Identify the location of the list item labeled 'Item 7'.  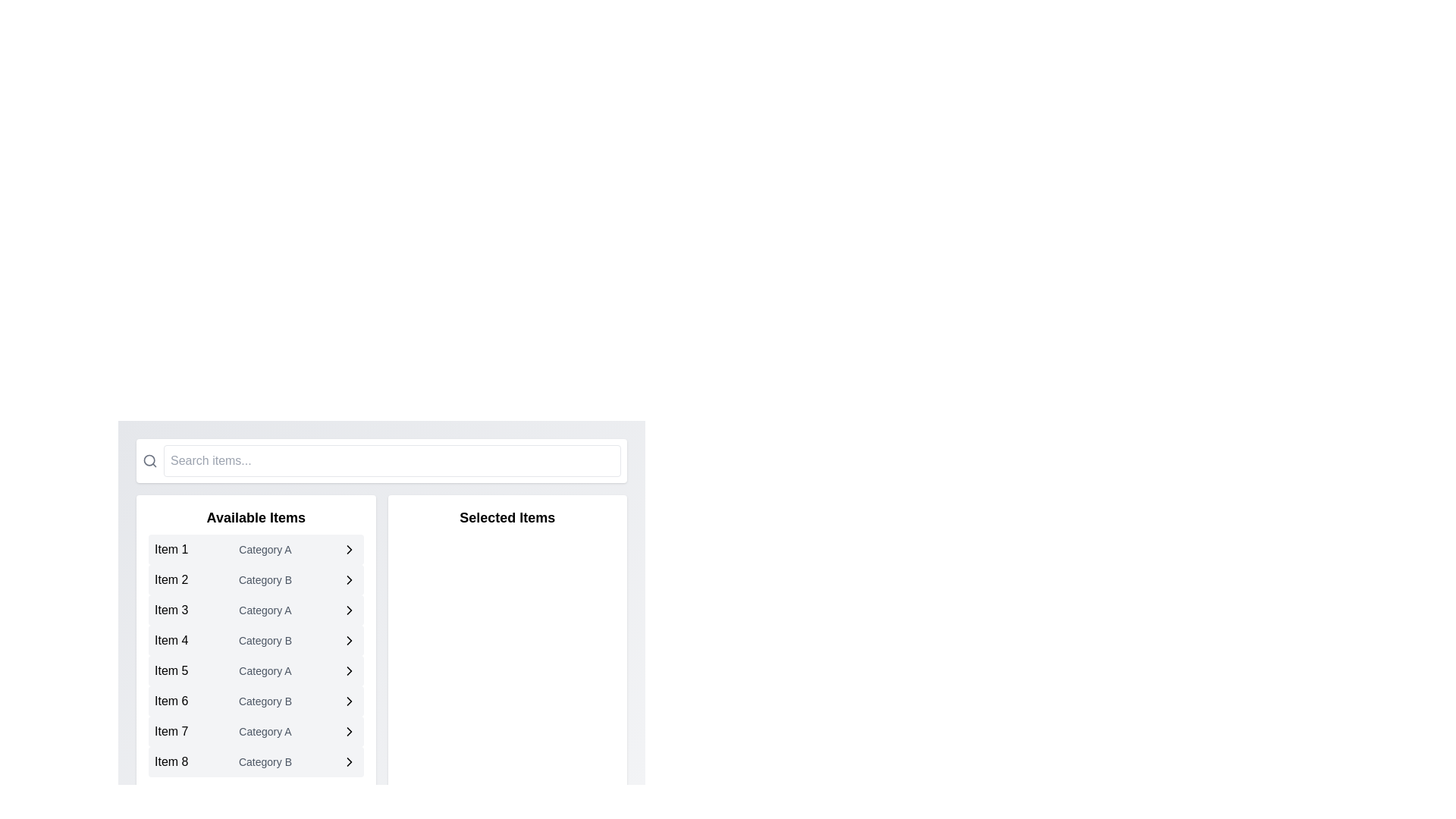
(256, 730).